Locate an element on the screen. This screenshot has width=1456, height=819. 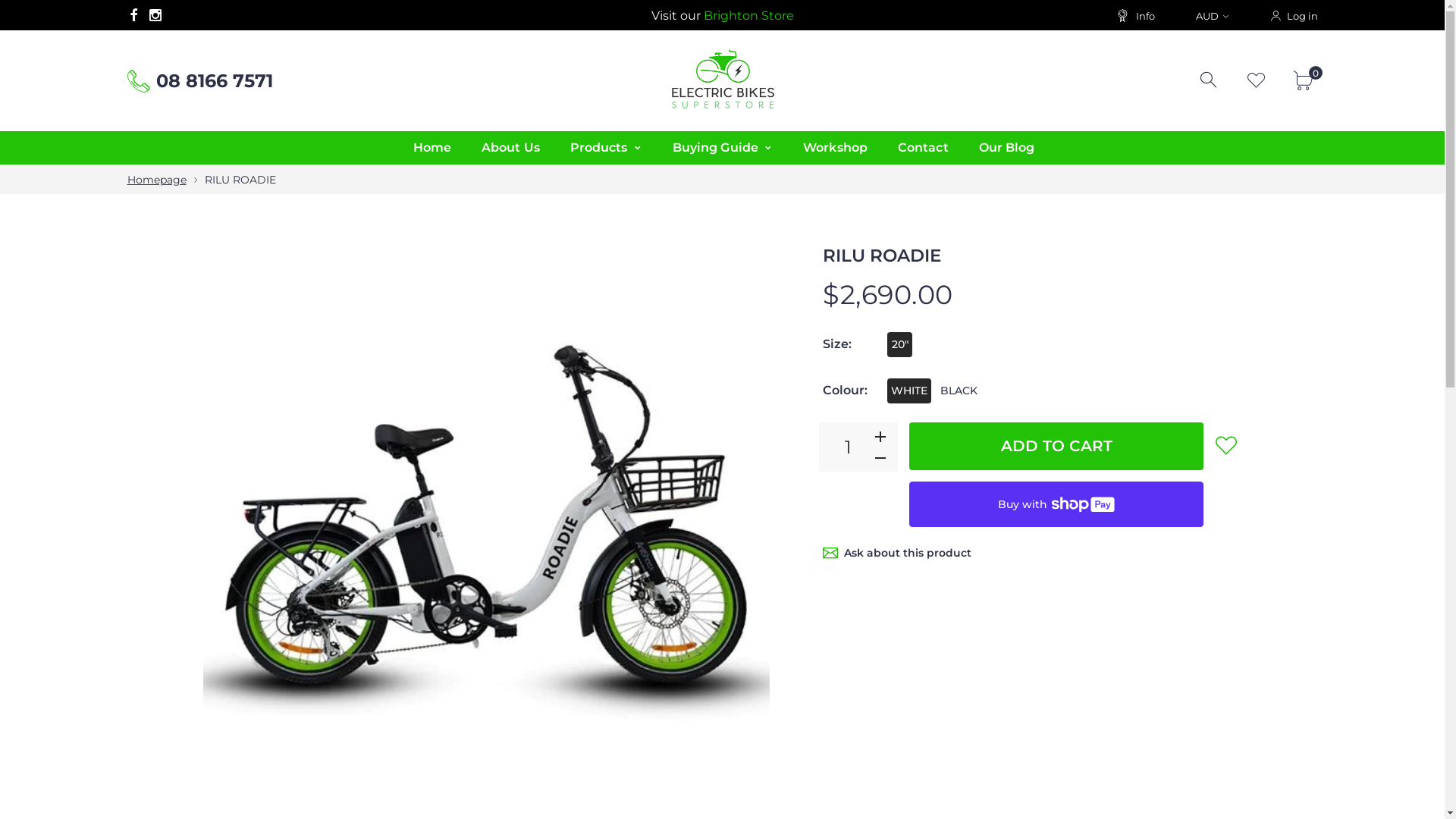
'Add To Wishlist' is located at coordinates (1226, 444).